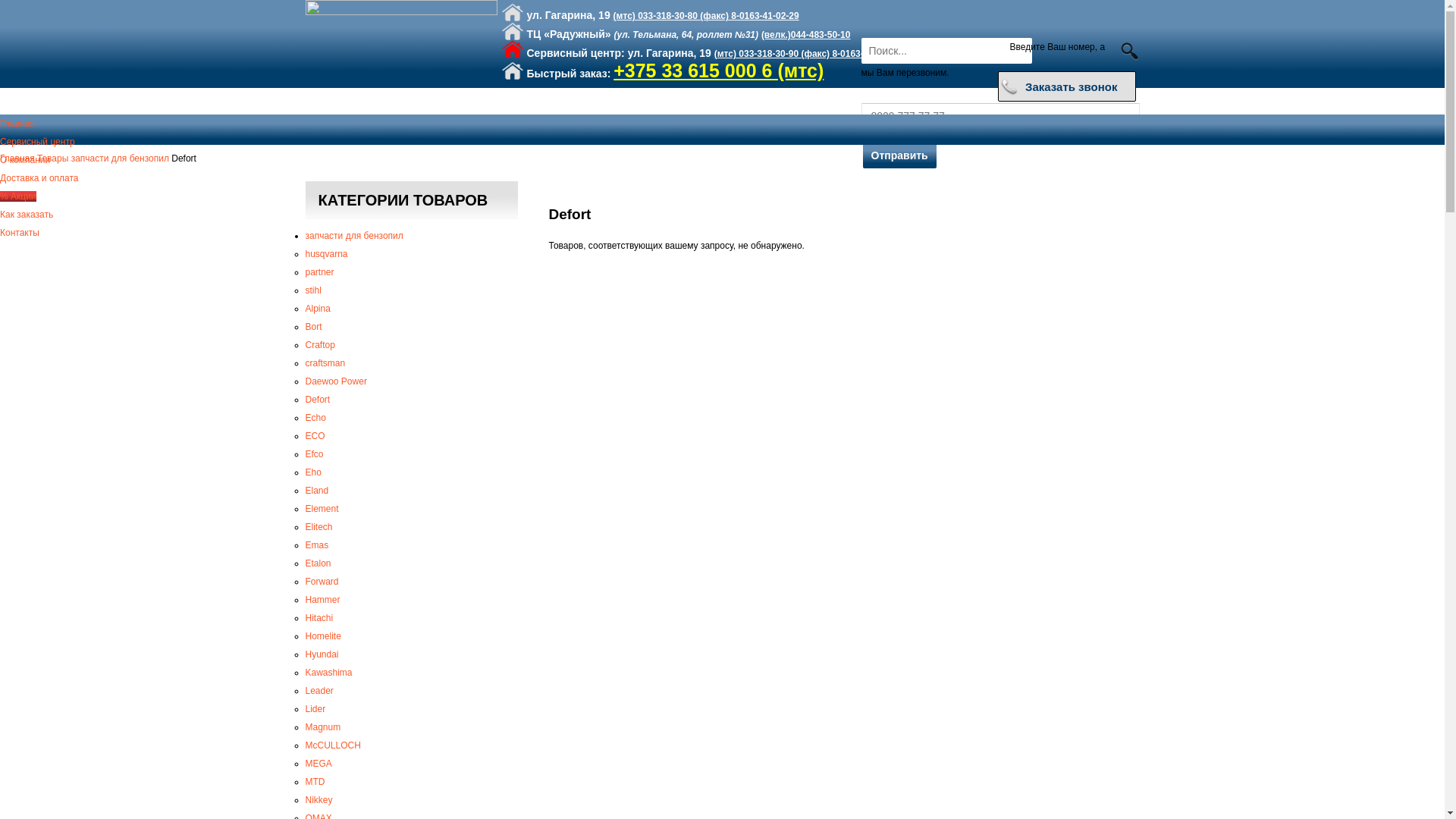 Image resolution: width=1456 pixels, height=819 pixels. I want to click on 'stihl', so click(304, 290).